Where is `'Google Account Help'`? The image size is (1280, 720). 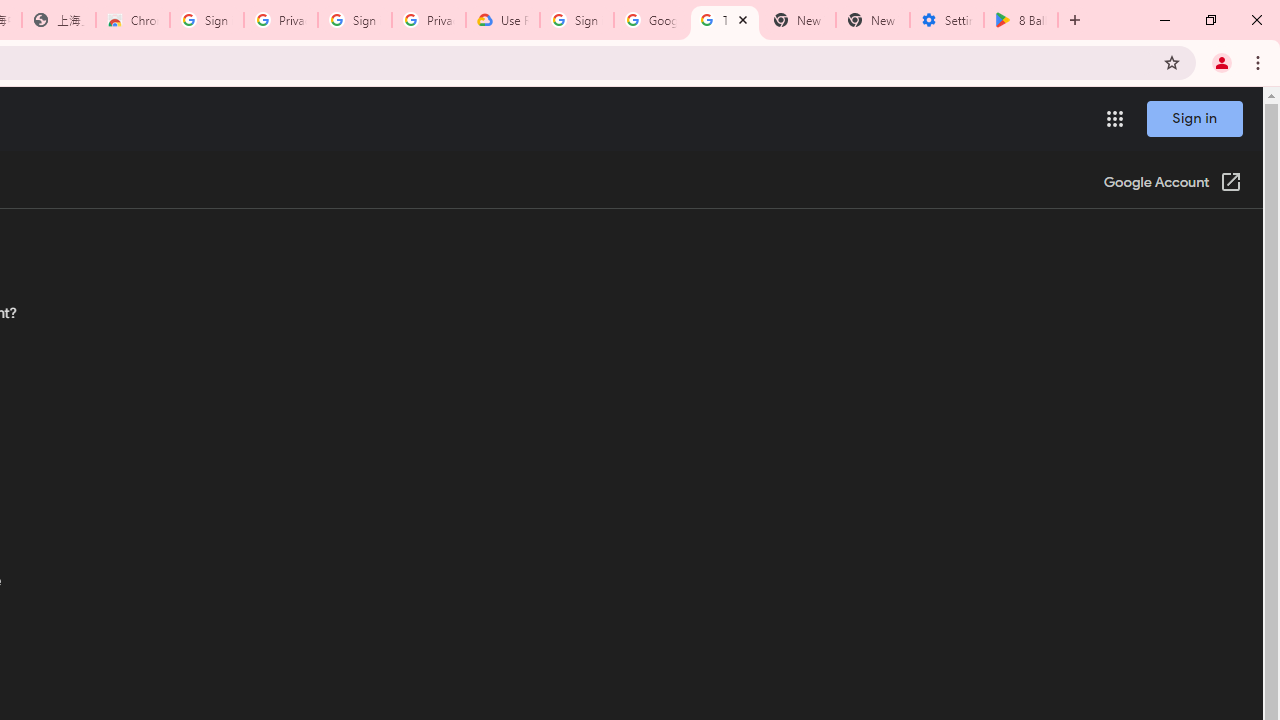 'Google Account Help' is located at coordinates (651, 20).